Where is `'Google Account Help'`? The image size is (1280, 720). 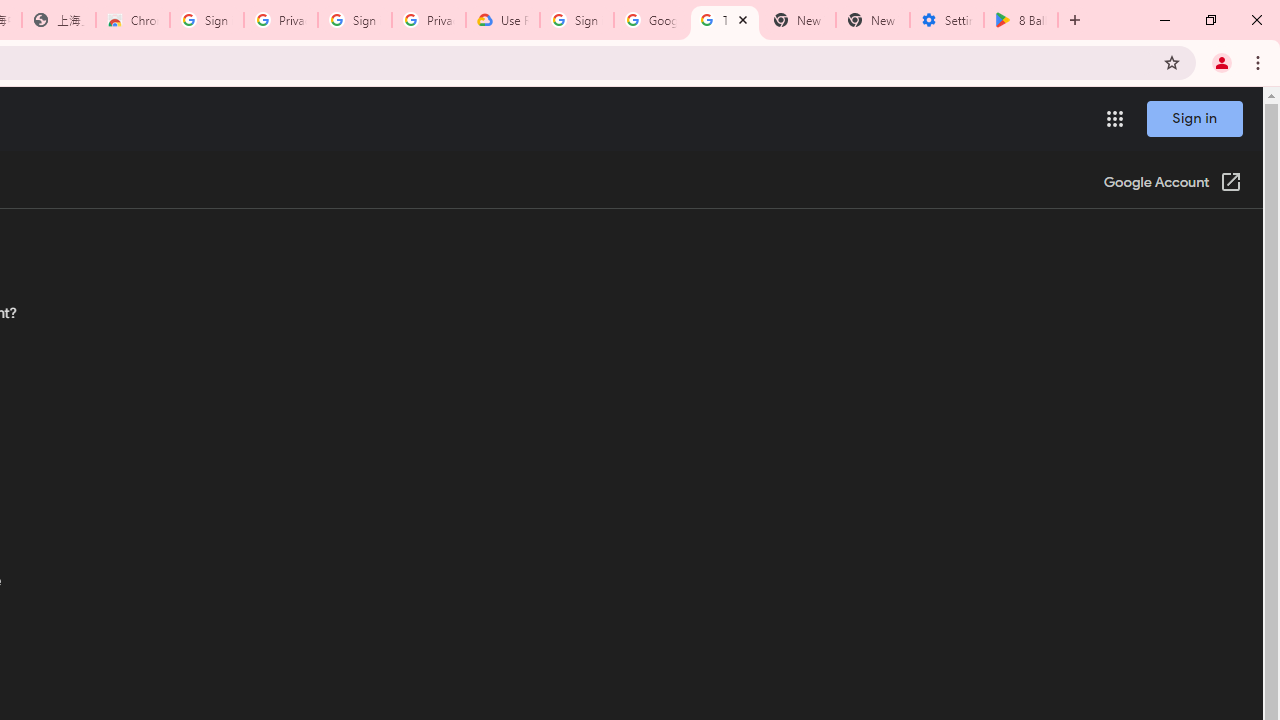 'Google Account Help' is located at coordinates (651, 20).